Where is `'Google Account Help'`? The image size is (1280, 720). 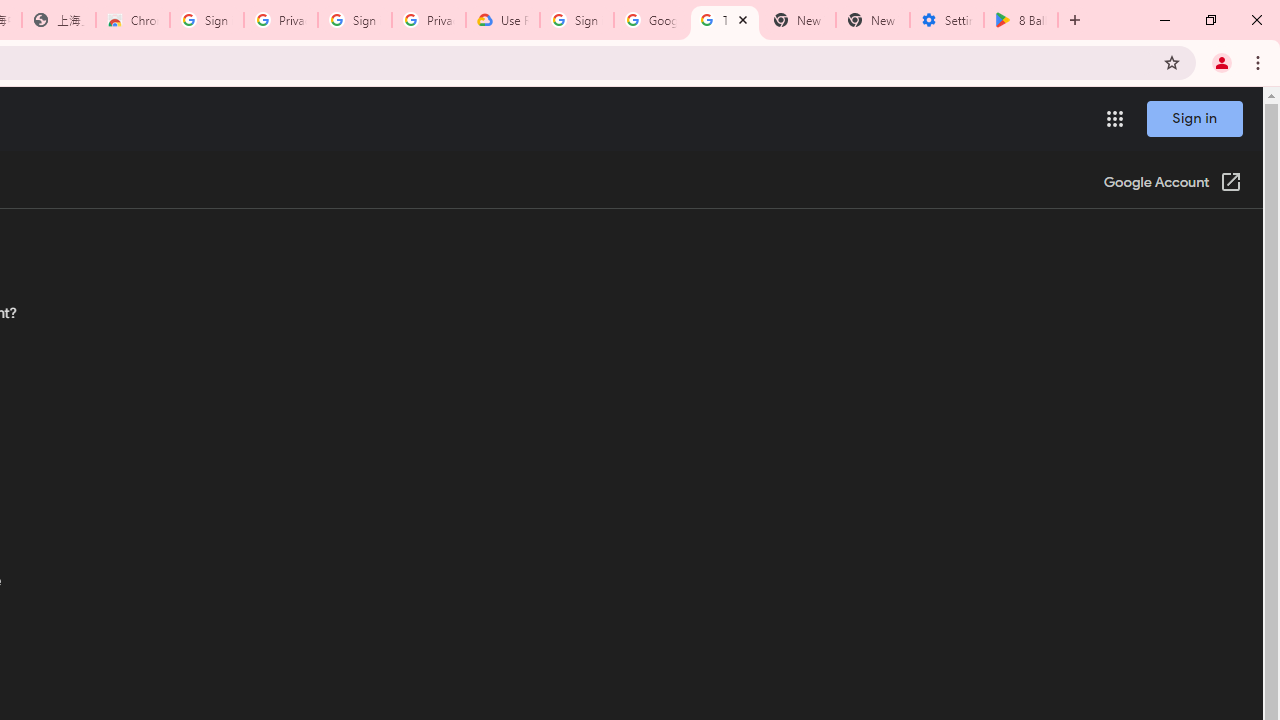 'Google Account Help' is located at coordinates (651, 20).